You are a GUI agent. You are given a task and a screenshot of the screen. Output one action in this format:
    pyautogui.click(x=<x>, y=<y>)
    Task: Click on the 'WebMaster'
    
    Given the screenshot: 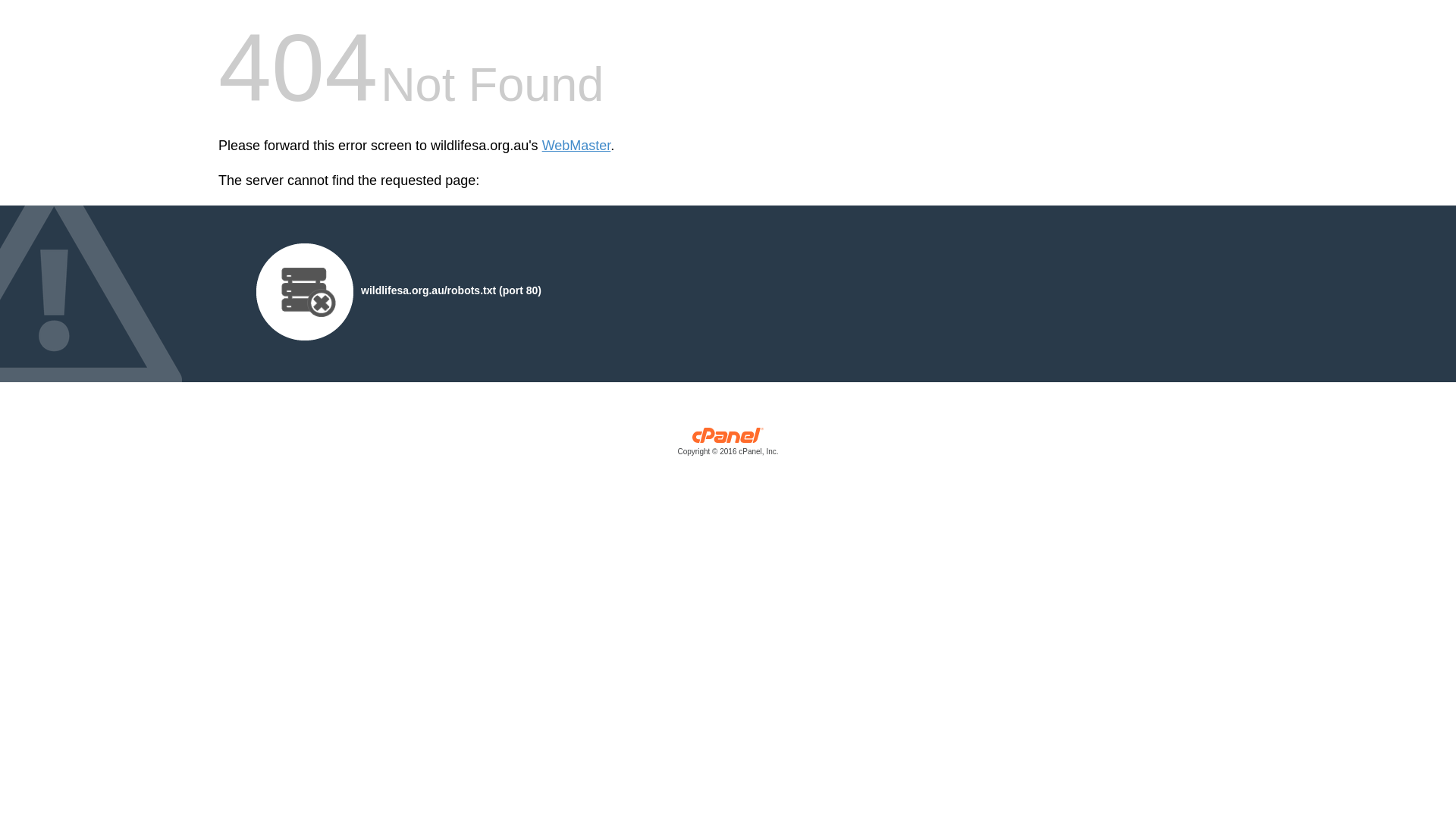 What is the action you would take?
    pyautogui.click(x=576, y=146)
    